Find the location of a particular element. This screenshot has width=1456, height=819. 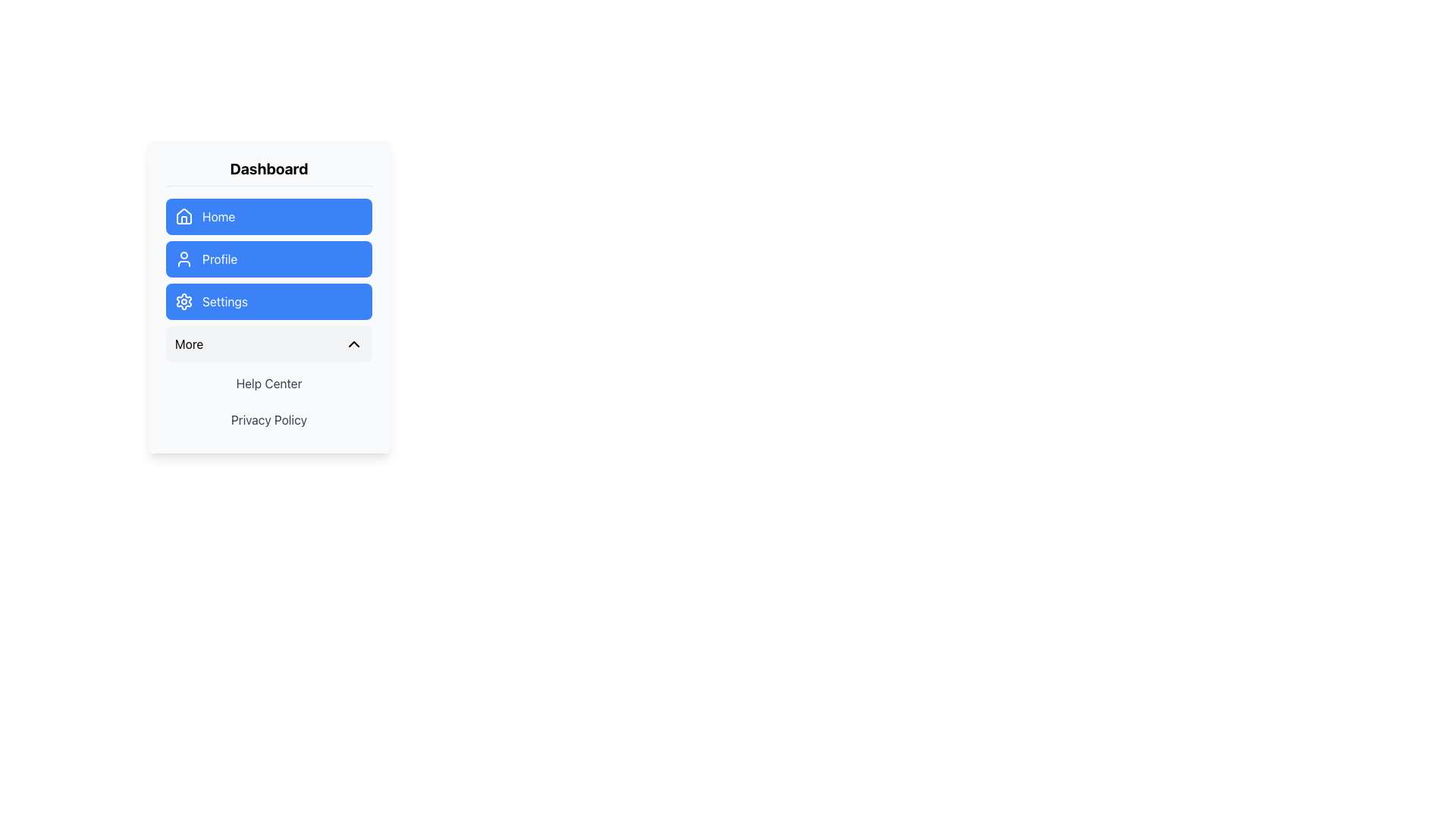

the 'Home' icon located at the top of the navigation sidebar is located at coordinates (184, 216).